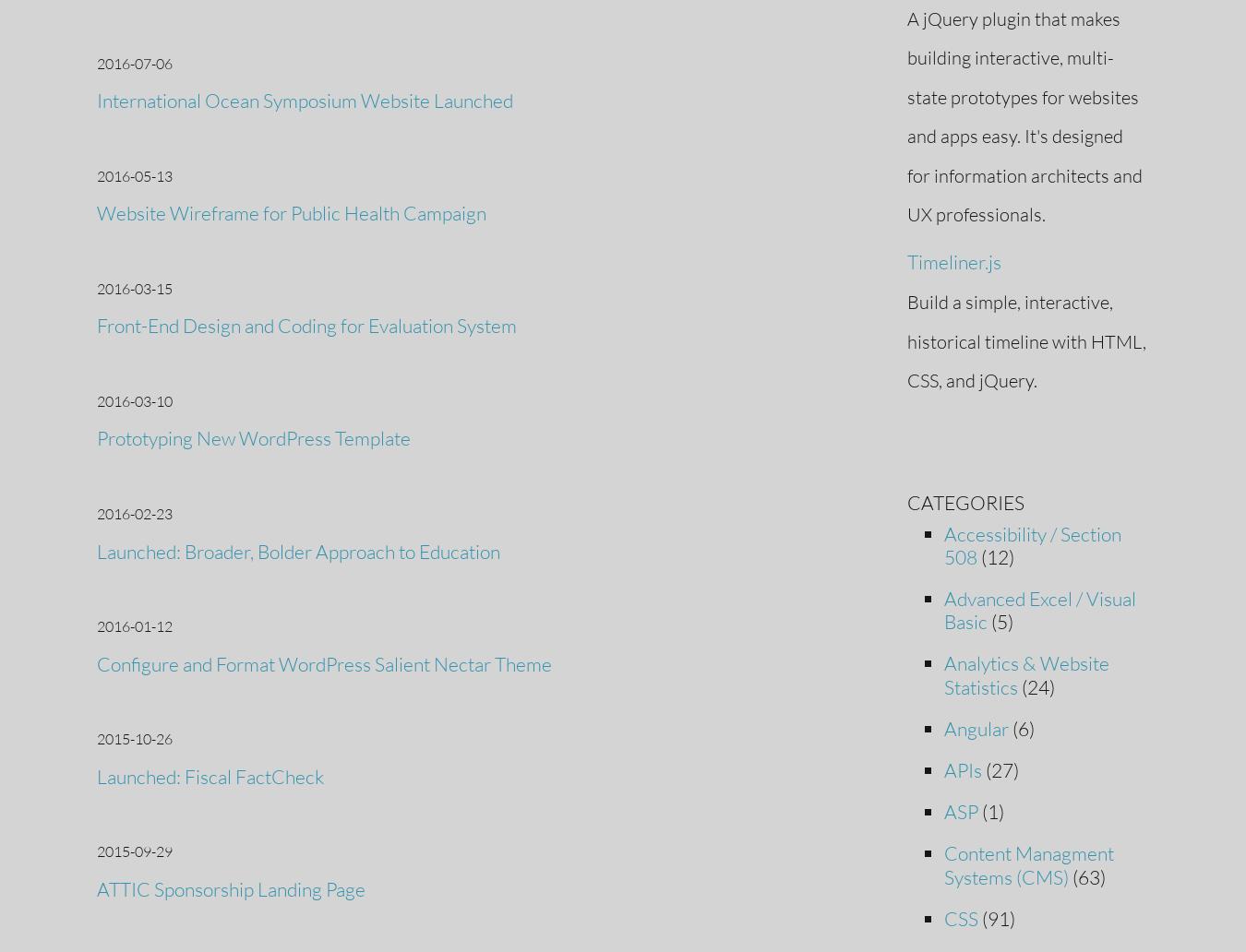 Image resolution: width=1246 pixels, height=952 pixels. I want to click on 'Categories', so click(964, 501).